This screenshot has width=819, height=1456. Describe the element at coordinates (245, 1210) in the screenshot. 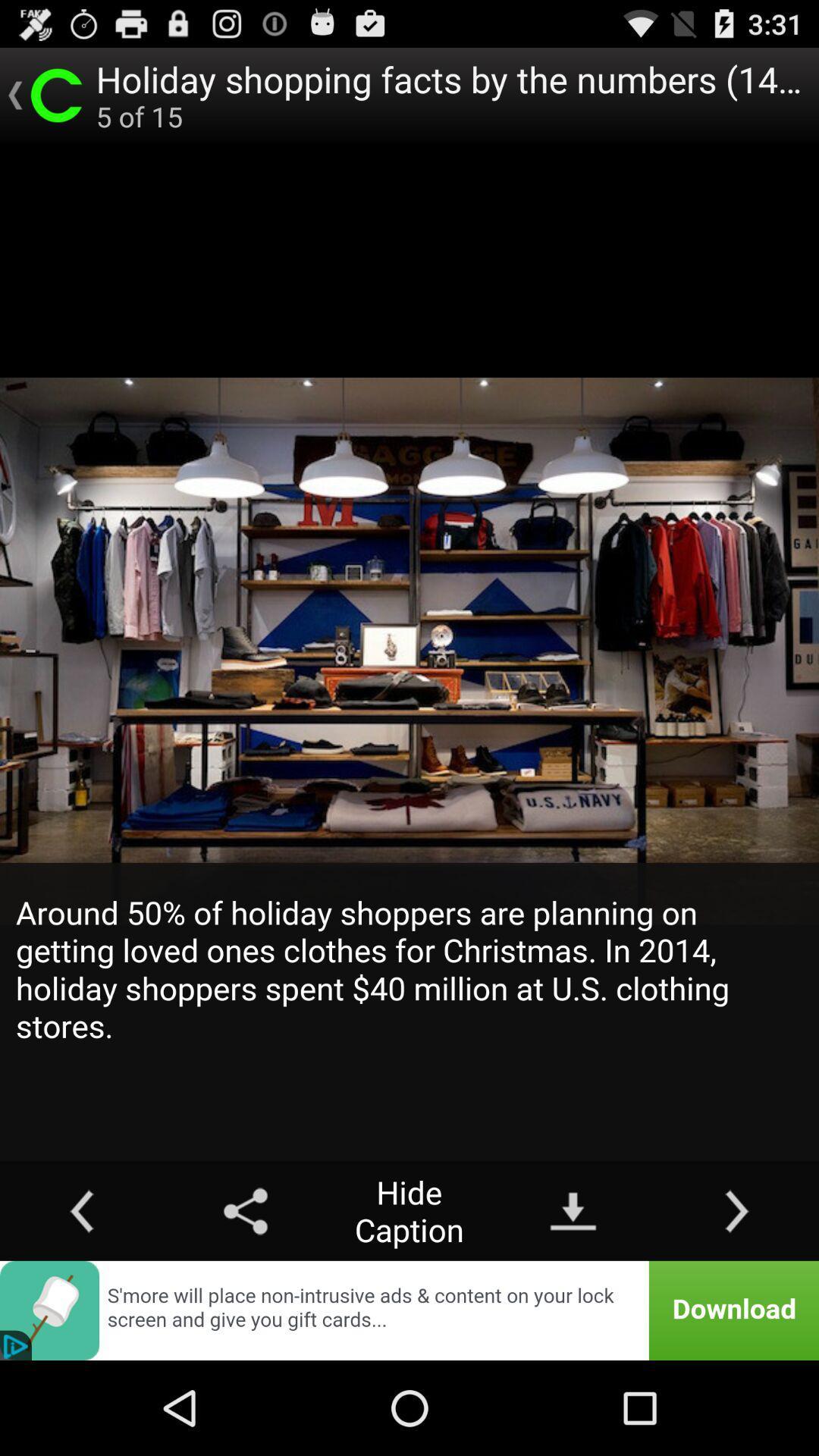

I see `the item to the left of the hide caption item` at that location.